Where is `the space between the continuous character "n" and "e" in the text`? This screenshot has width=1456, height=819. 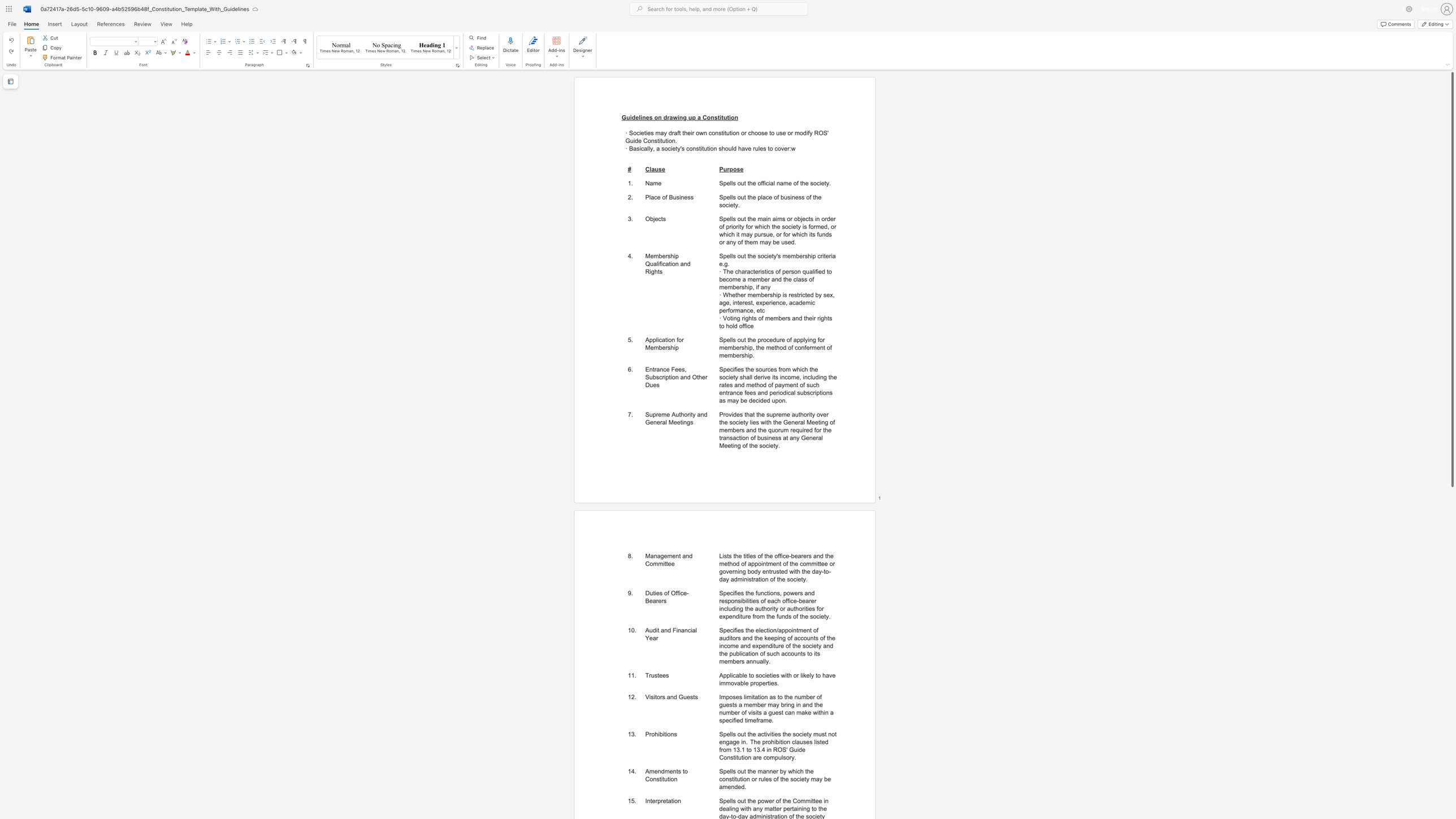 the space between the continuous character "n" and "e" in the text is located at coordinates (645, 117).